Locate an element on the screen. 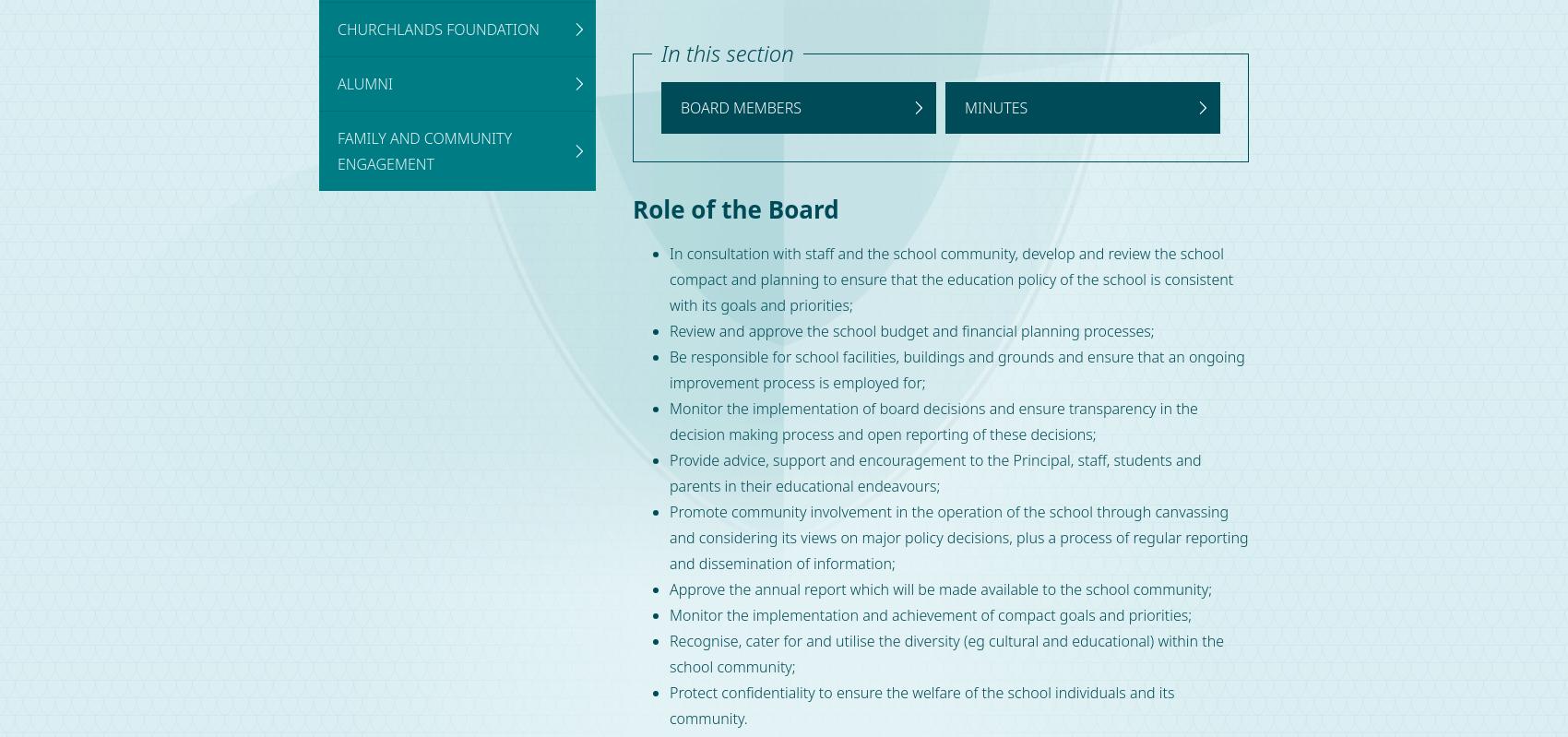 The height and width of the screenshot is (737, 1568). 'Be responsible for school facilities, buildings and grounds and ensure that an ongoing improvement process is employed for;' is located at coordinates (956, 369).